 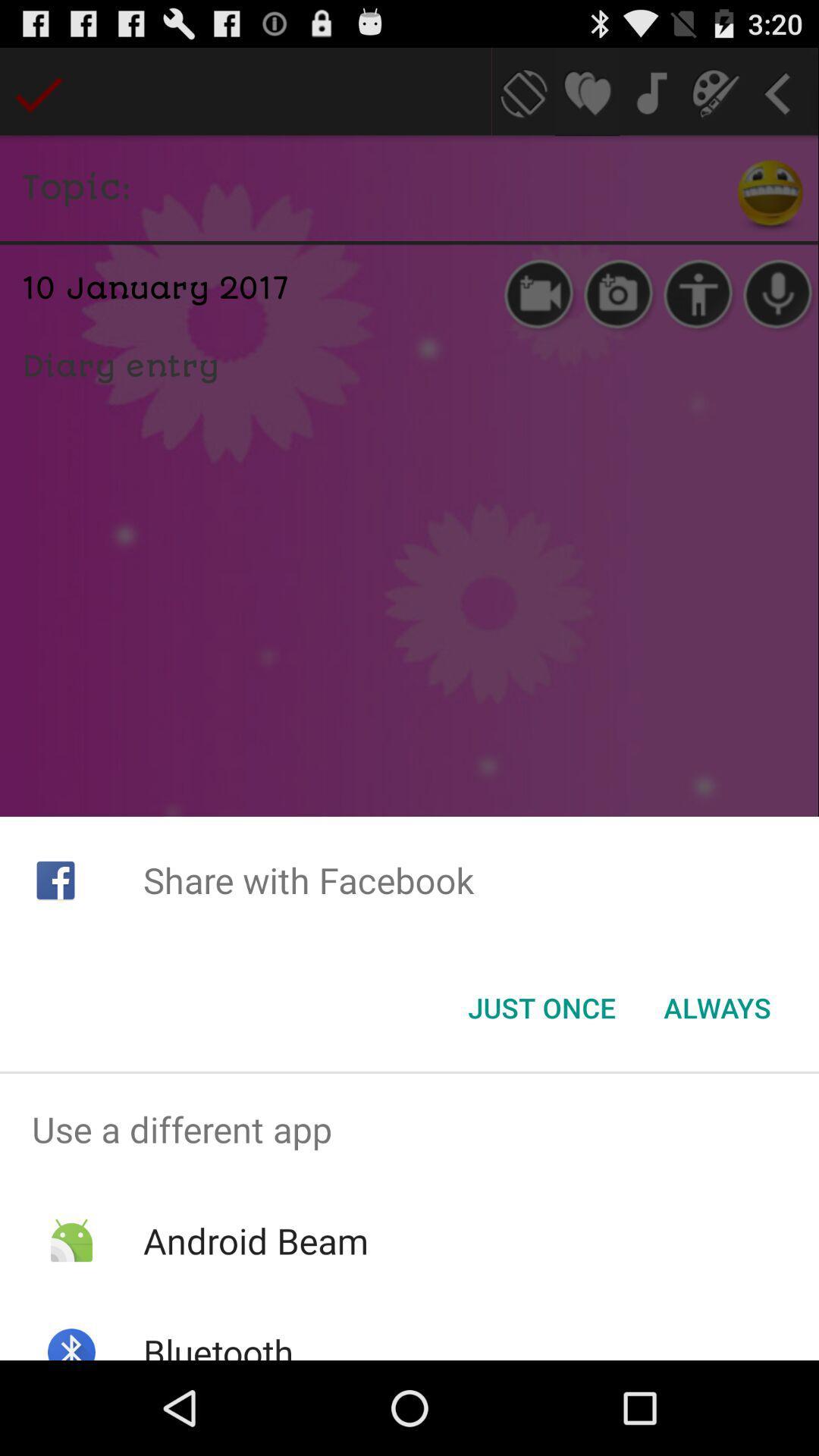 I want to click on always item, so click(x=717, y=1008).